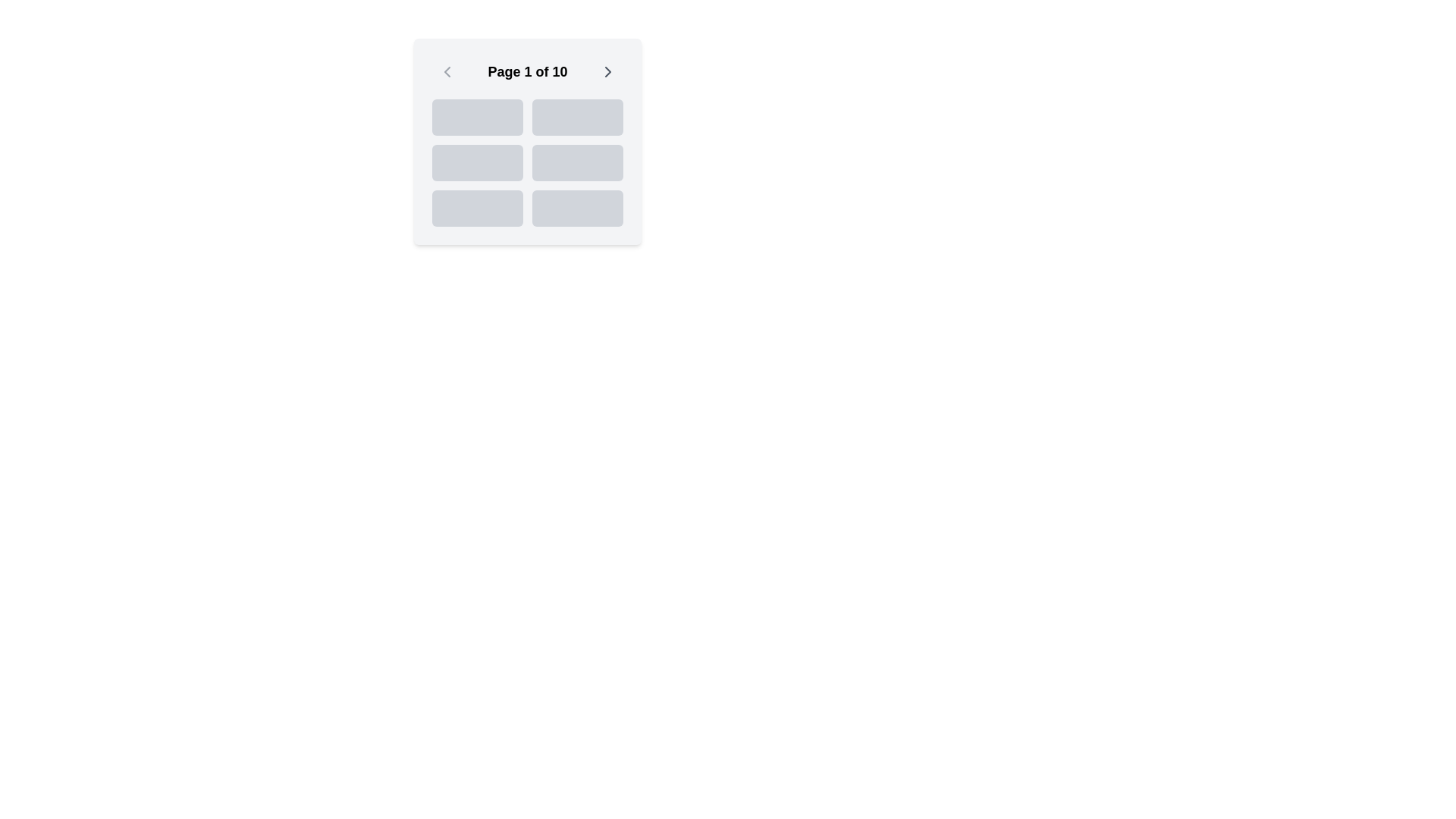  I want to click on the Chevron icon (left arrow) located at the top-left corner of the interface, so click(447, 72).